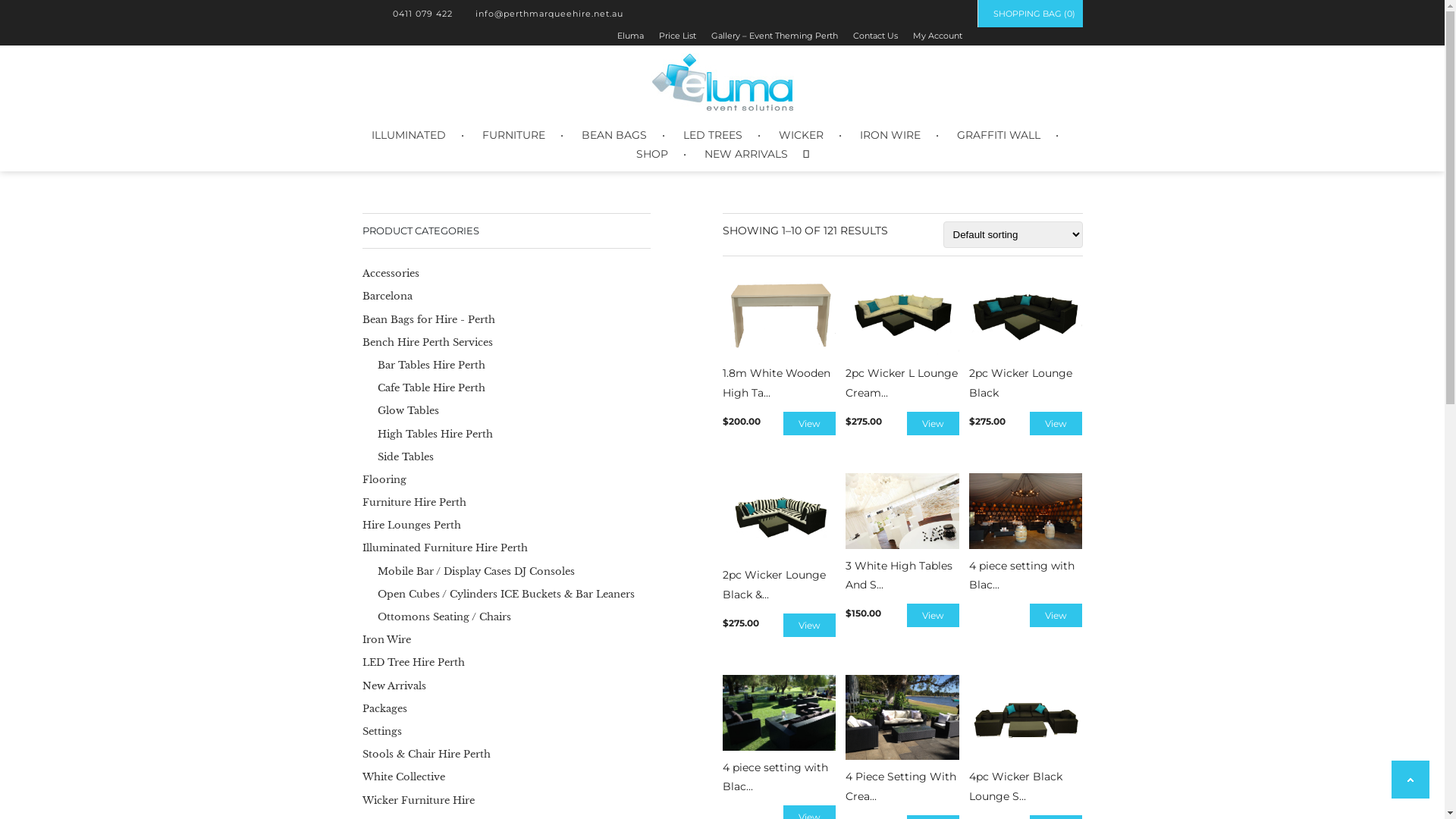 This screenshot has width=1456, height=819. I want to click on 'WICKER', so click(799, 134).